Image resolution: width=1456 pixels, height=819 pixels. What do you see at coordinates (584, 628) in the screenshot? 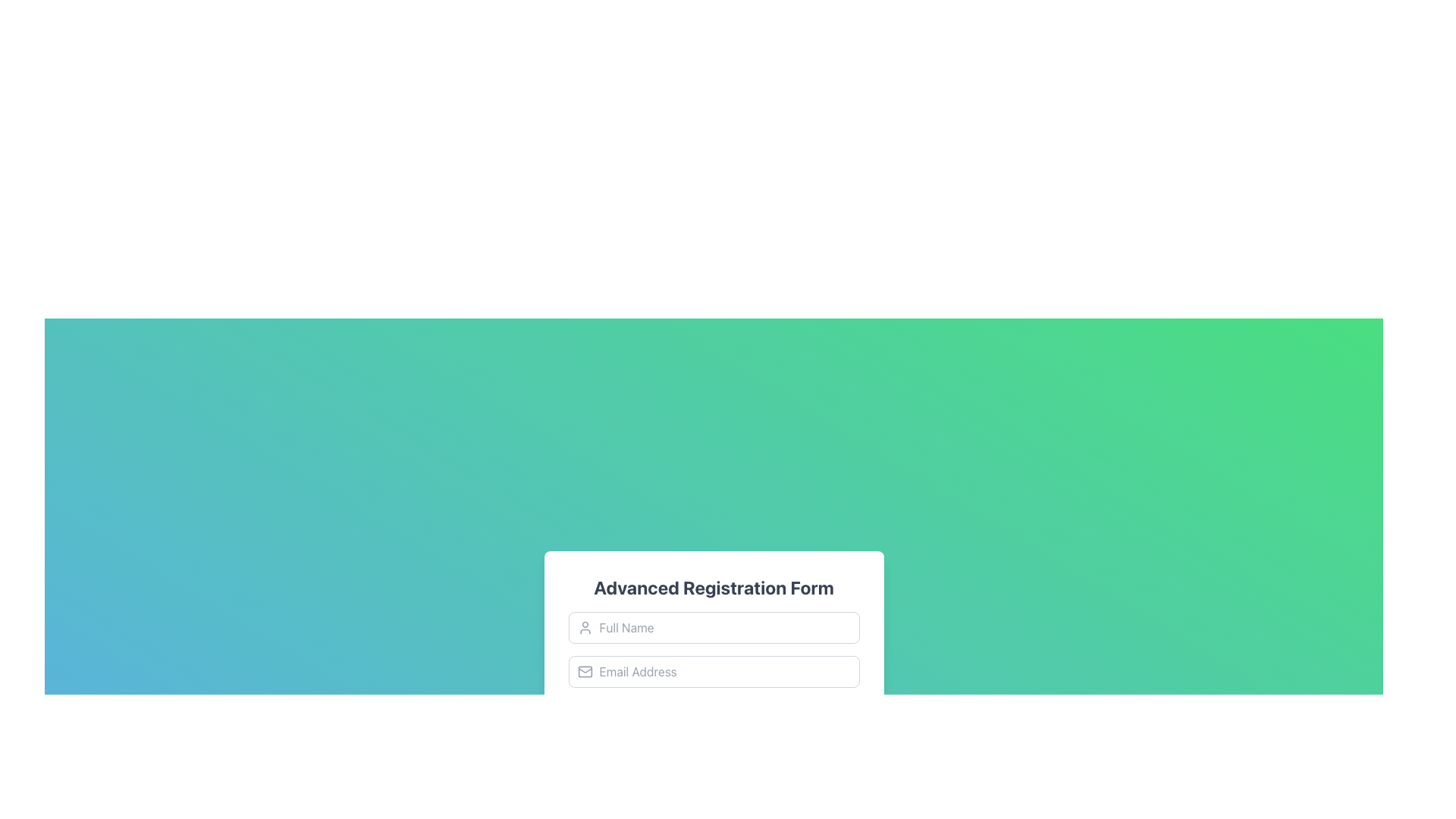
I see `the icon indicating the input field for entering a user's name, located within the 'Full Name' input field of the 'Advanced Registration Form' section` at bounding box center [584, 628].